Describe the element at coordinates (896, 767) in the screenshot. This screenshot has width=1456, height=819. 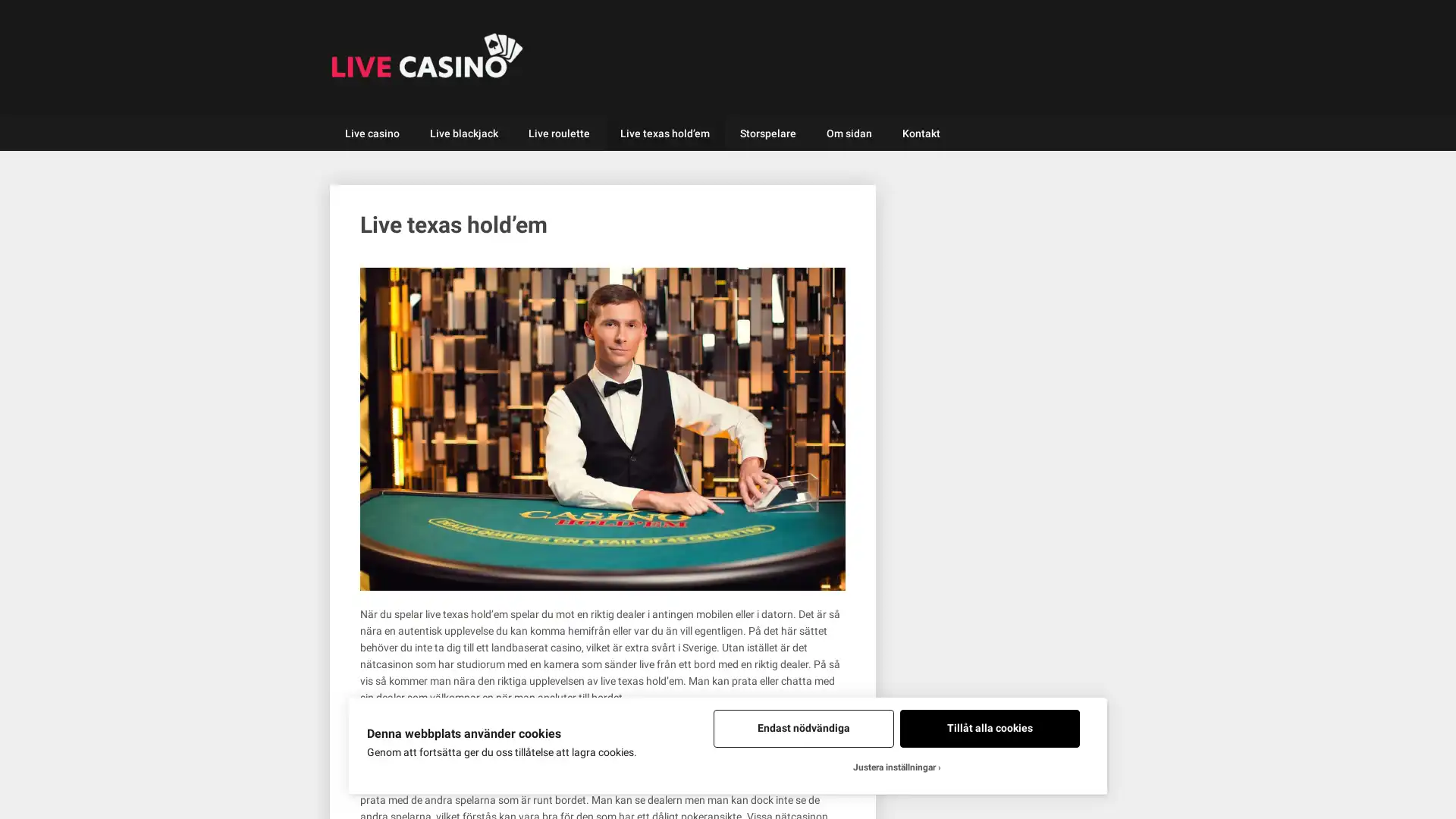
I see `Justera installningar` at that location.